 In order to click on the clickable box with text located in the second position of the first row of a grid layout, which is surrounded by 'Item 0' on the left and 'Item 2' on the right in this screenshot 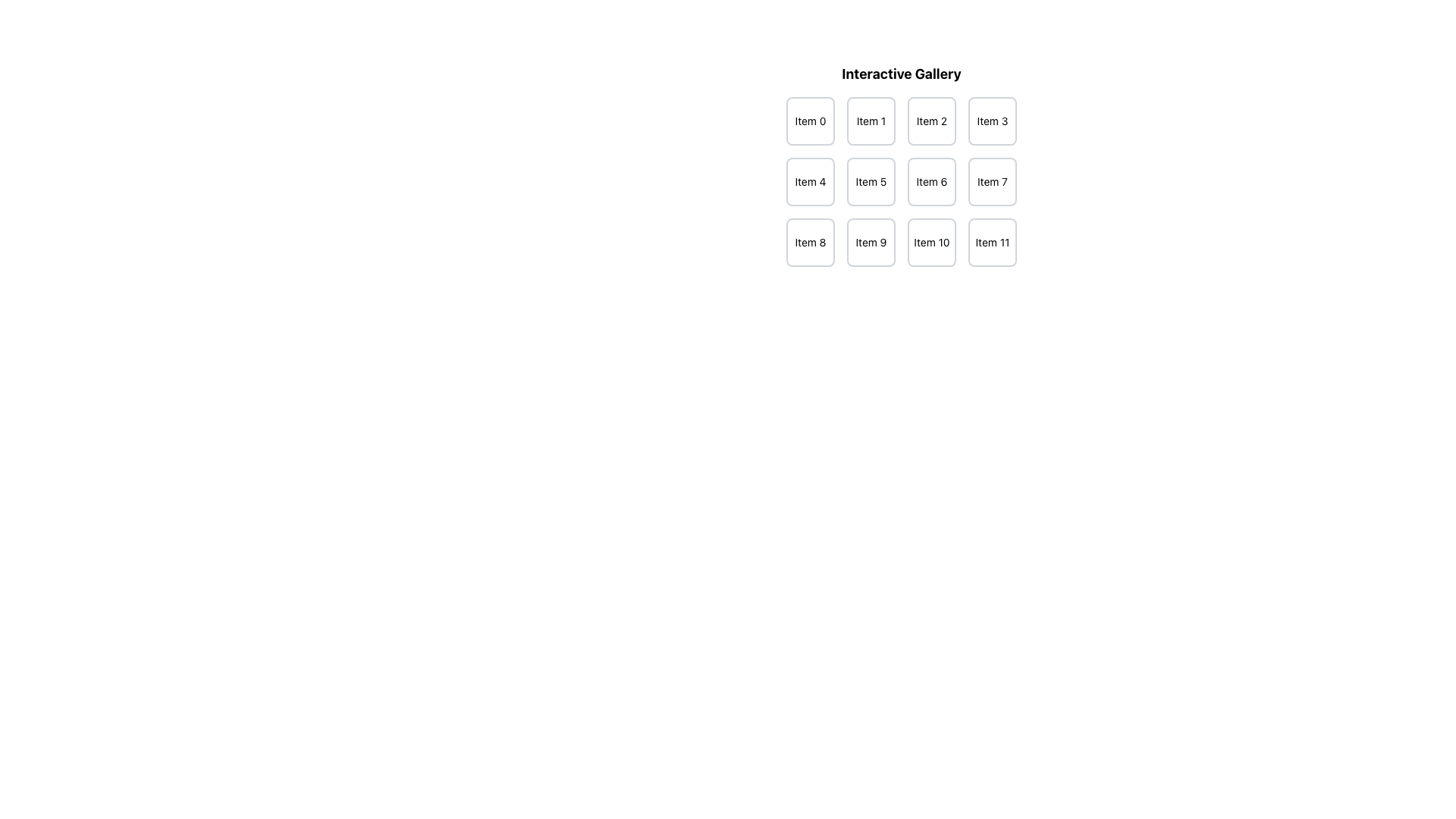, I will do `click(871, 120)`.